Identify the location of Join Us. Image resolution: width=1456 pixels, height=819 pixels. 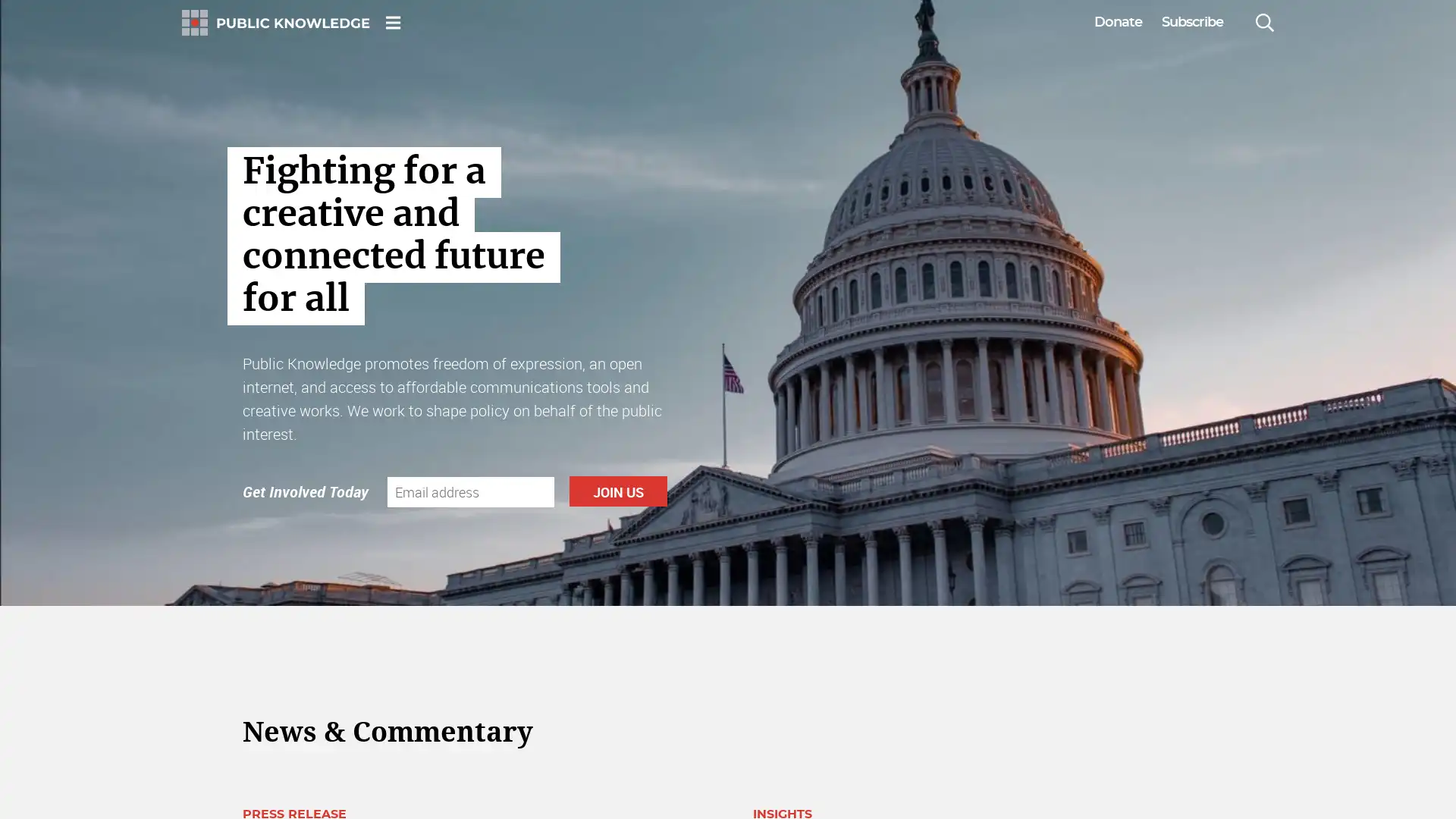
(618, 491).